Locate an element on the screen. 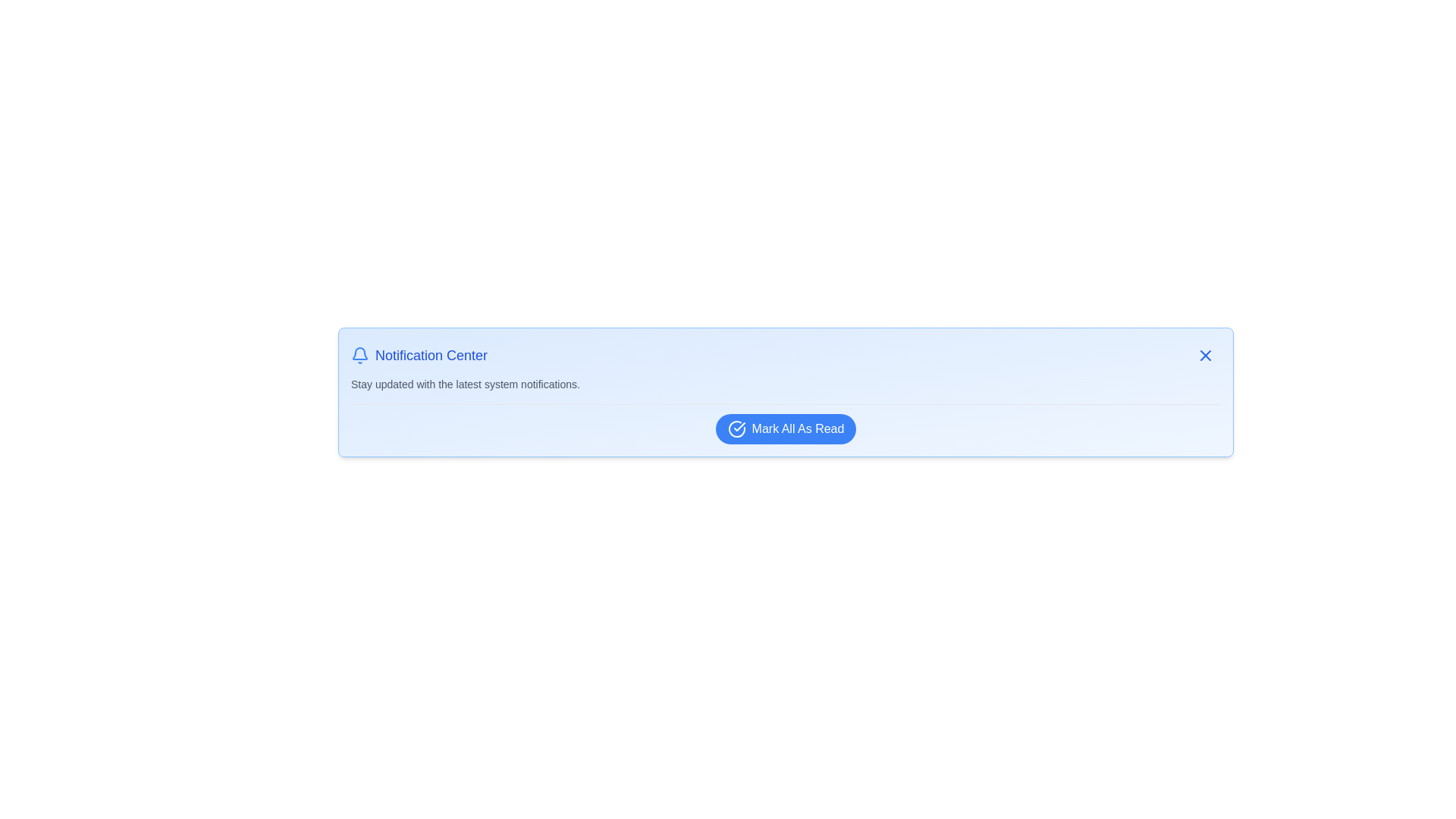 This screenshot has width=1456, height=819. the close button located in the top-right corner of the light blue notification box titled 'Notification Center' is located at coordinates (1204, 356).